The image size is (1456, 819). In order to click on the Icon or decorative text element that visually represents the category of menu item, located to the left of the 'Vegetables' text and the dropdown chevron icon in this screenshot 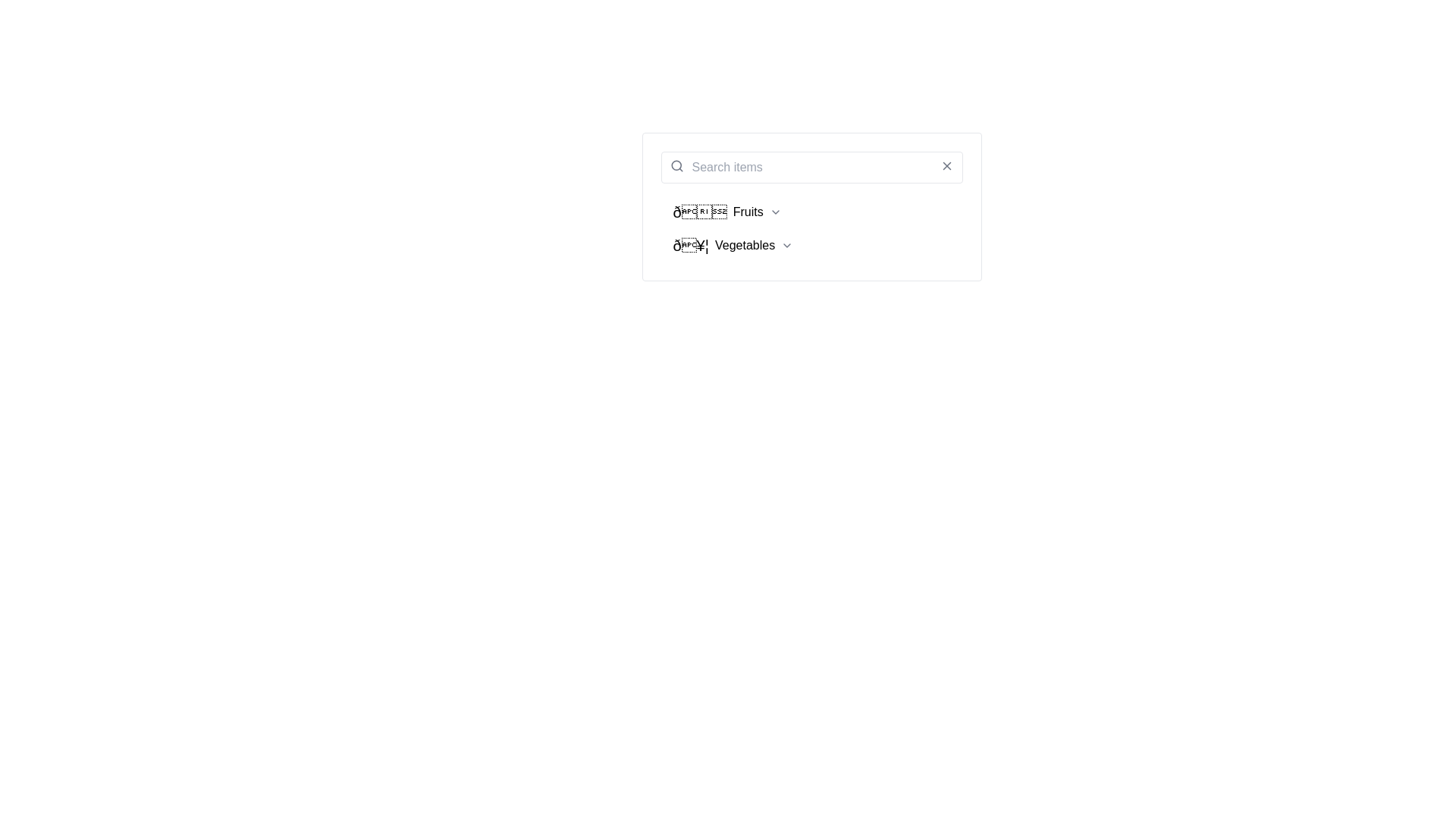, I will do `click(690, 245)`.